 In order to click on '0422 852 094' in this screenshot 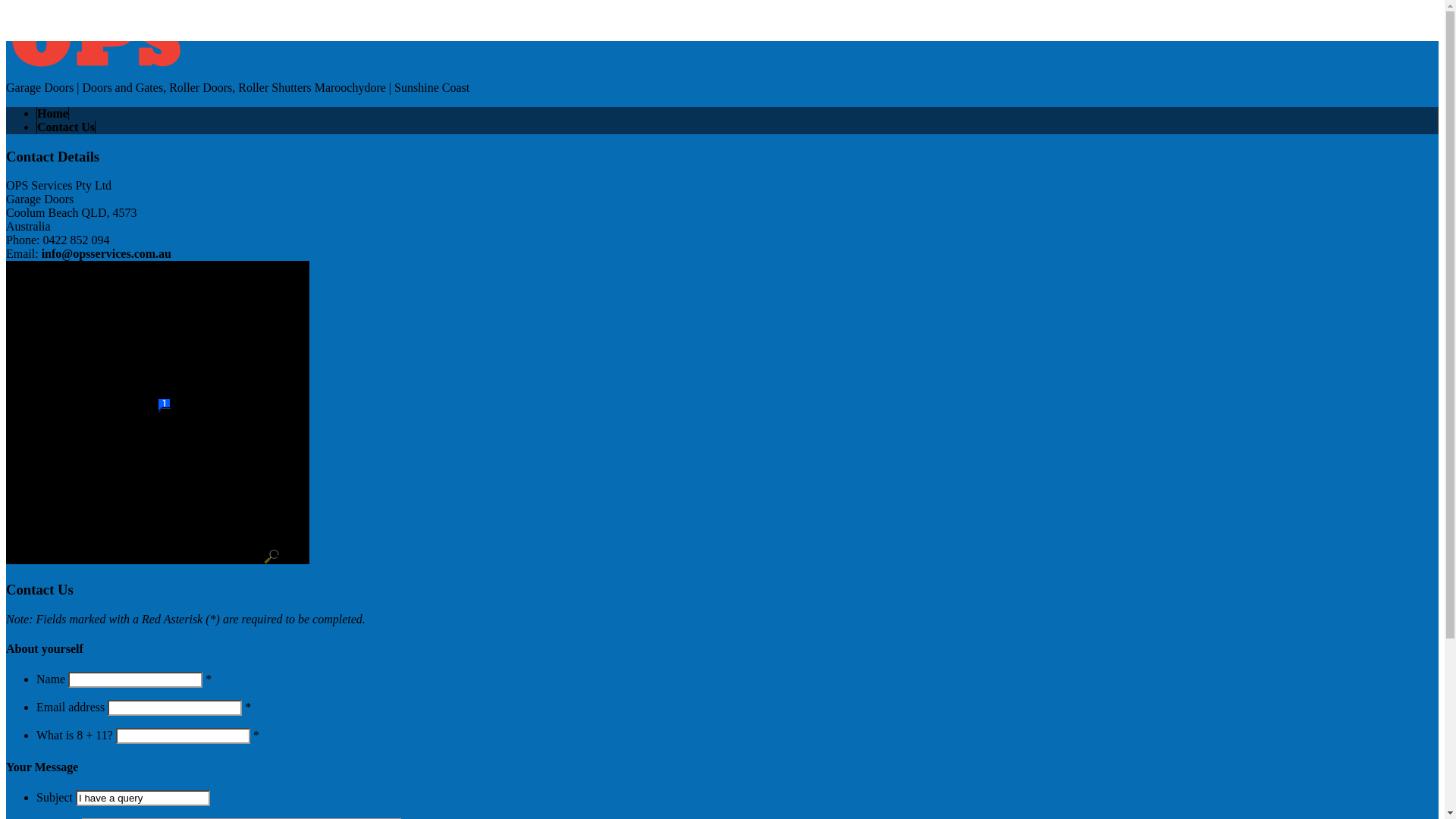, I will do `click(39, 12)`.